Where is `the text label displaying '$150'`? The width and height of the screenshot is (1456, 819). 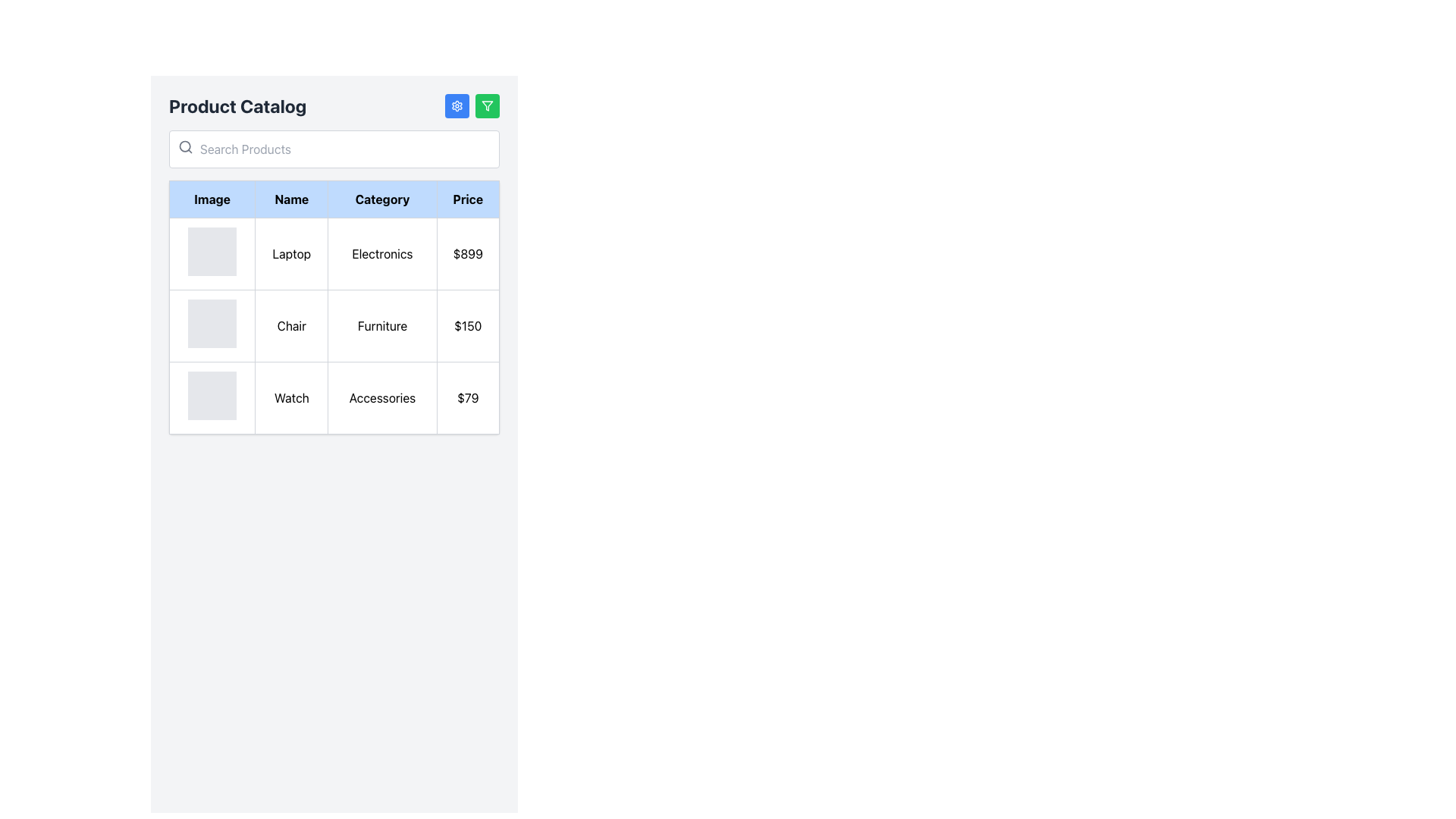
the text label displaying '$150' is located at coordinates (467, 325).